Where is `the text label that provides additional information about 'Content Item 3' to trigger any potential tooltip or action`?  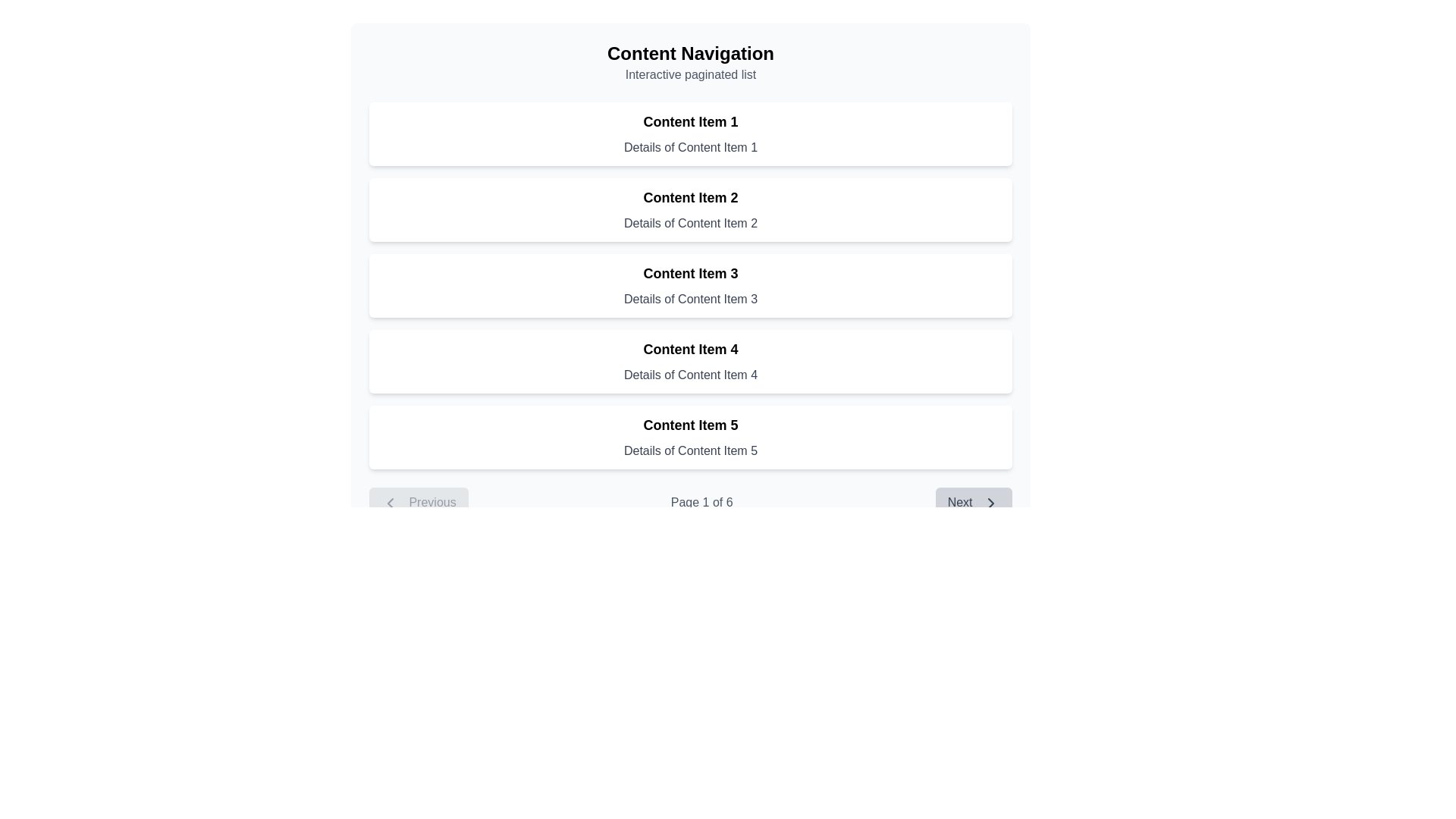
the text label that provides additional information about 'Content Item 3' to trigger any potential tooltip or action is located at coordinates (690, 299).